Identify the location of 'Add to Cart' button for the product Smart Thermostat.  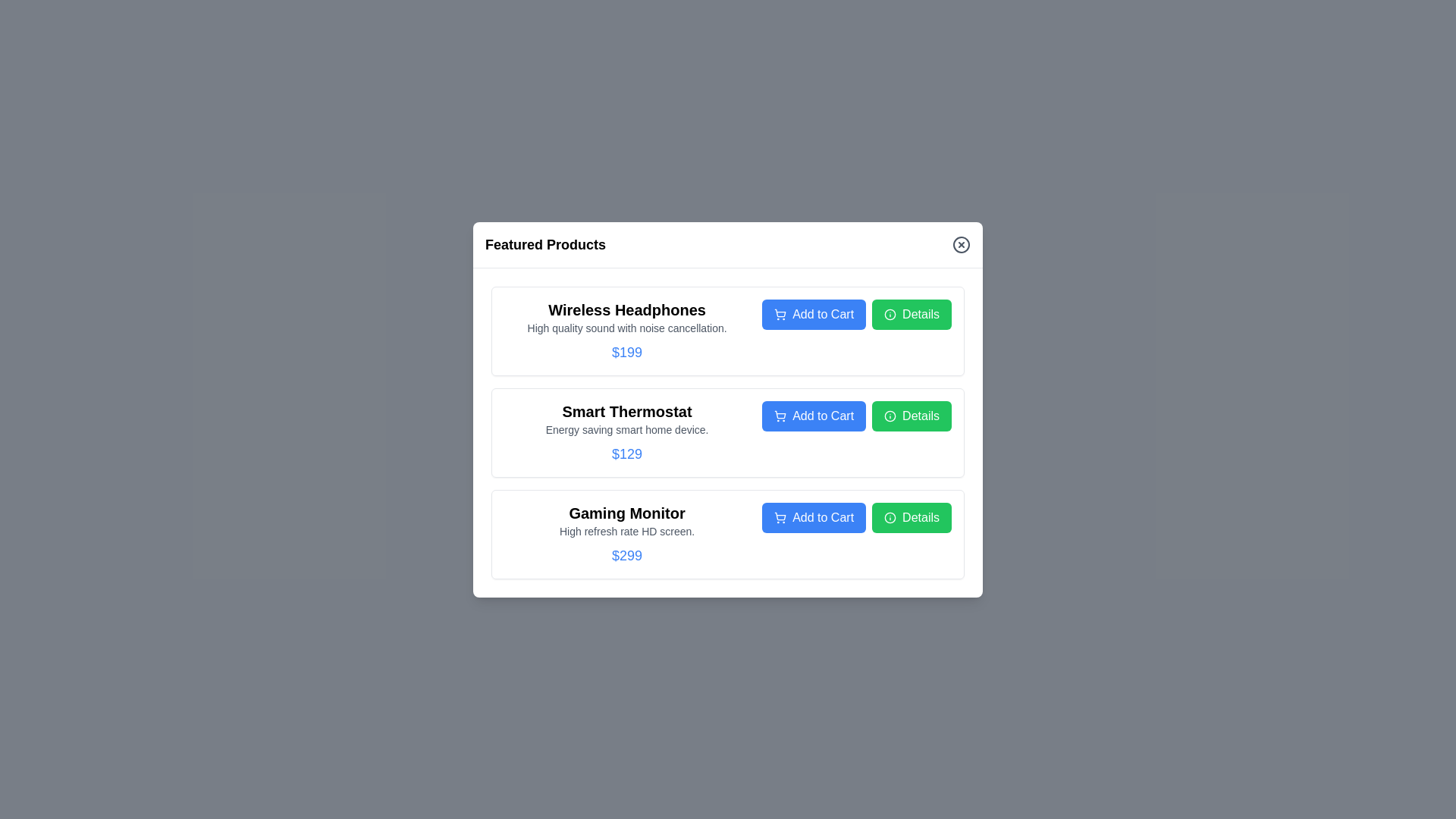
(813, 416).